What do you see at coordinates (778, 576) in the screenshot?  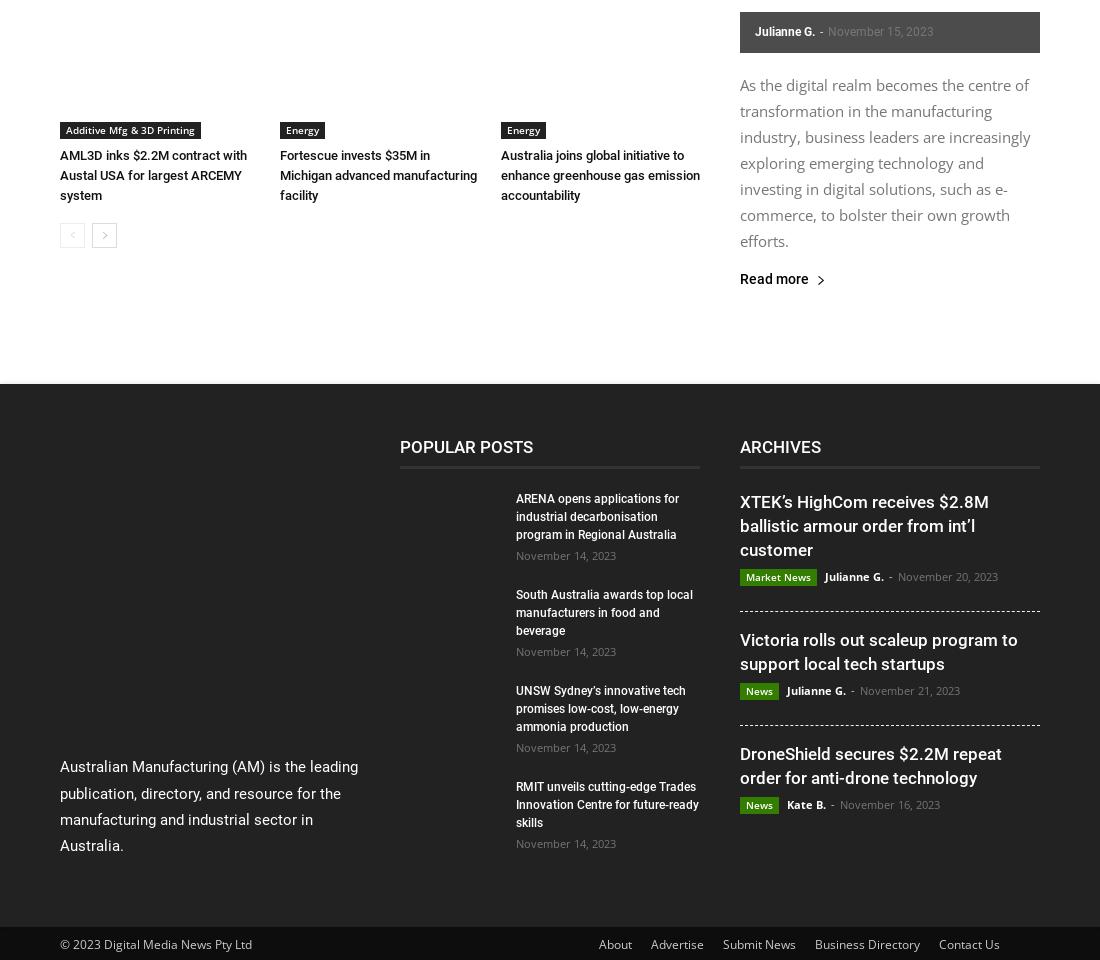 I see `'Market News'` at bounding box center [778, 576].